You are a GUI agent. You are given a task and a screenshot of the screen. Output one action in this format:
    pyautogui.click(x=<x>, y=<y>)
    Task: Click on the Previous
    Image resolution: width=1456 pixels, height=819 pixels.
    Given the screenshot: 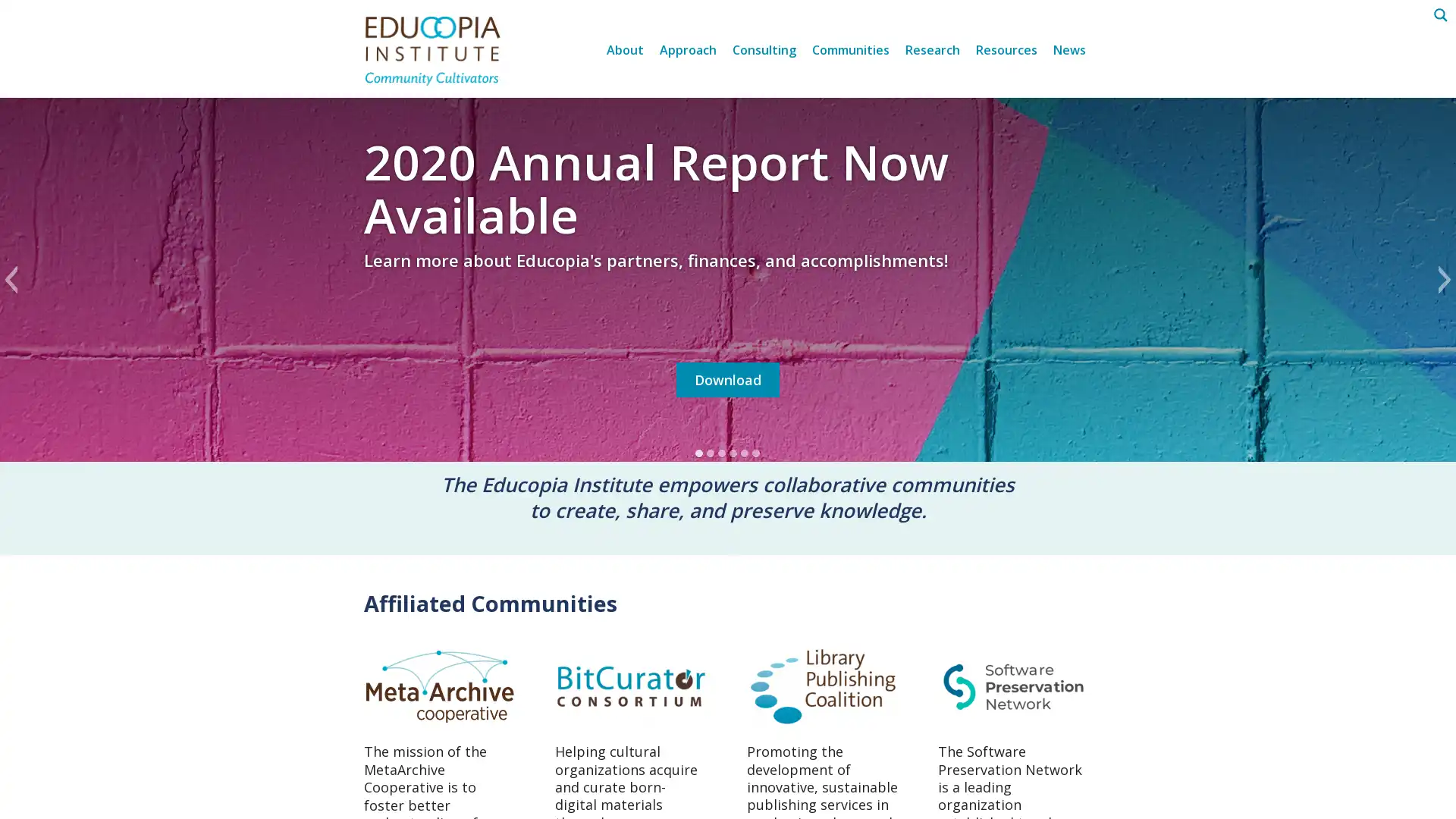 What is the action you would take?
    pyautogui.click(x=11, y=280)
    